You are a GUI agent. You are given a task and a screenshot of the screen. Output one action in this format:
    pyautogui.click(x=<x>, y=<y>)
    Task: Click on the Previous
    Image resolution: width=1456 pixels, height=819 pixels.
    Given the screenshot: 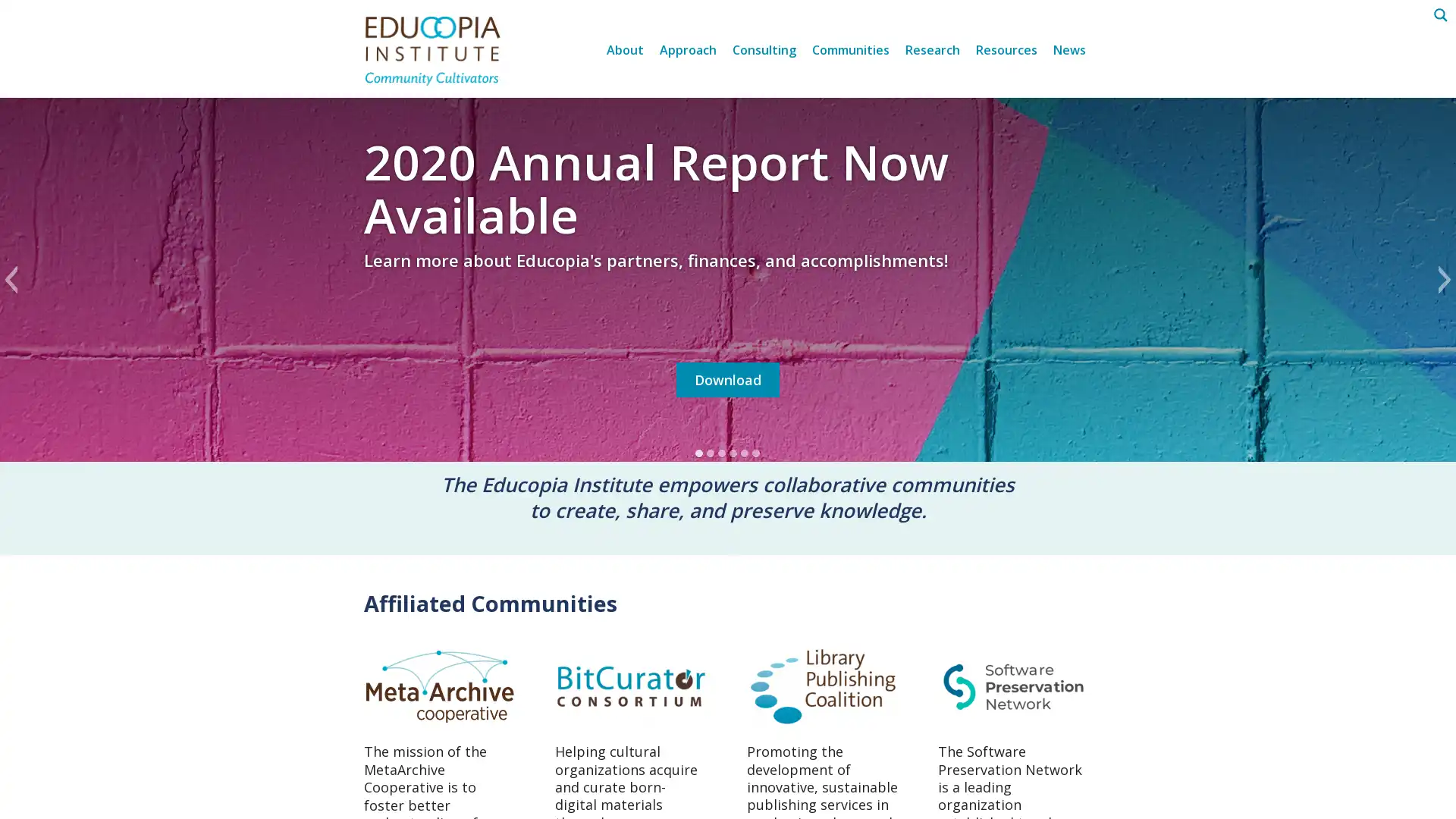 What is the action you would take?
    pyautogui.click(x=11, y=280)
    